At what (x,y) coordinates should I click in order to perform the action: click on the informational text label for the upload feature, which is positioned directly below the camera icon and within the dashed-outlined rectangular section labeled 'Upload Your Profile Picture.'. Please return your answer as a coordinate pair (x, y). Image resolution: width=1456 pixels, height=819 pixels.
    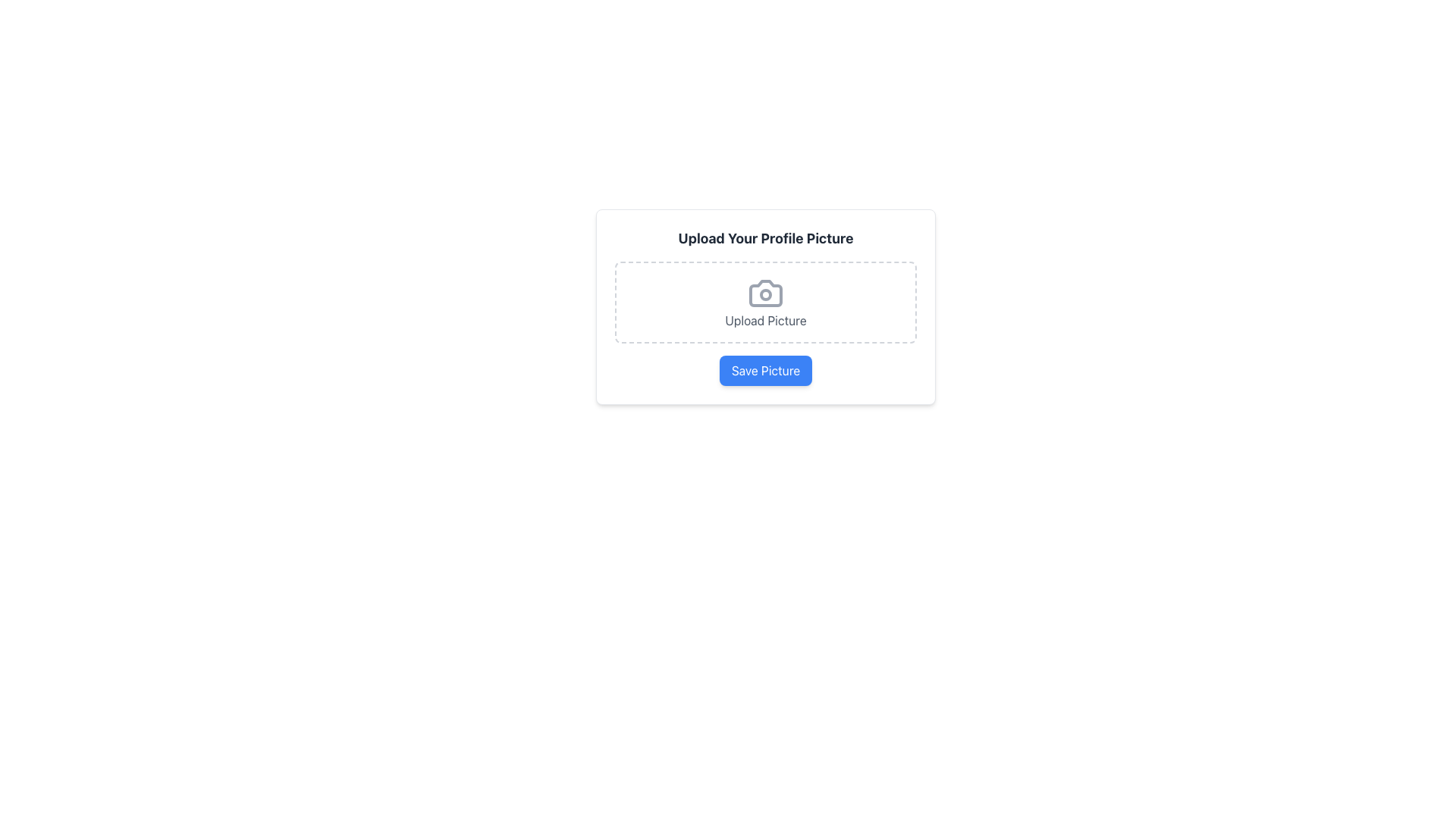
    Looking at the image, I should click on (765, 320).